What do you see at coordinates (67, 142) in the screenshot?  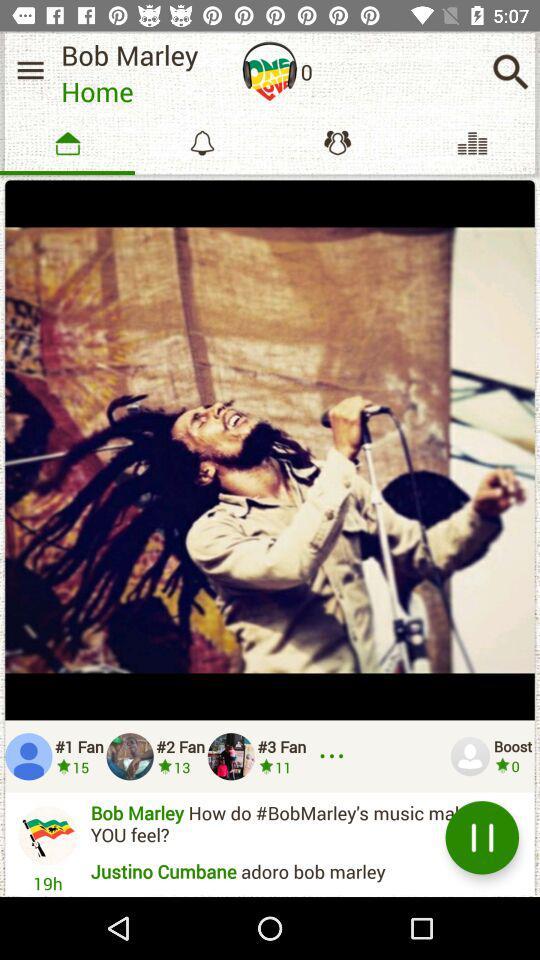 I see `the home icon below home` at bounding box center [67, 142].